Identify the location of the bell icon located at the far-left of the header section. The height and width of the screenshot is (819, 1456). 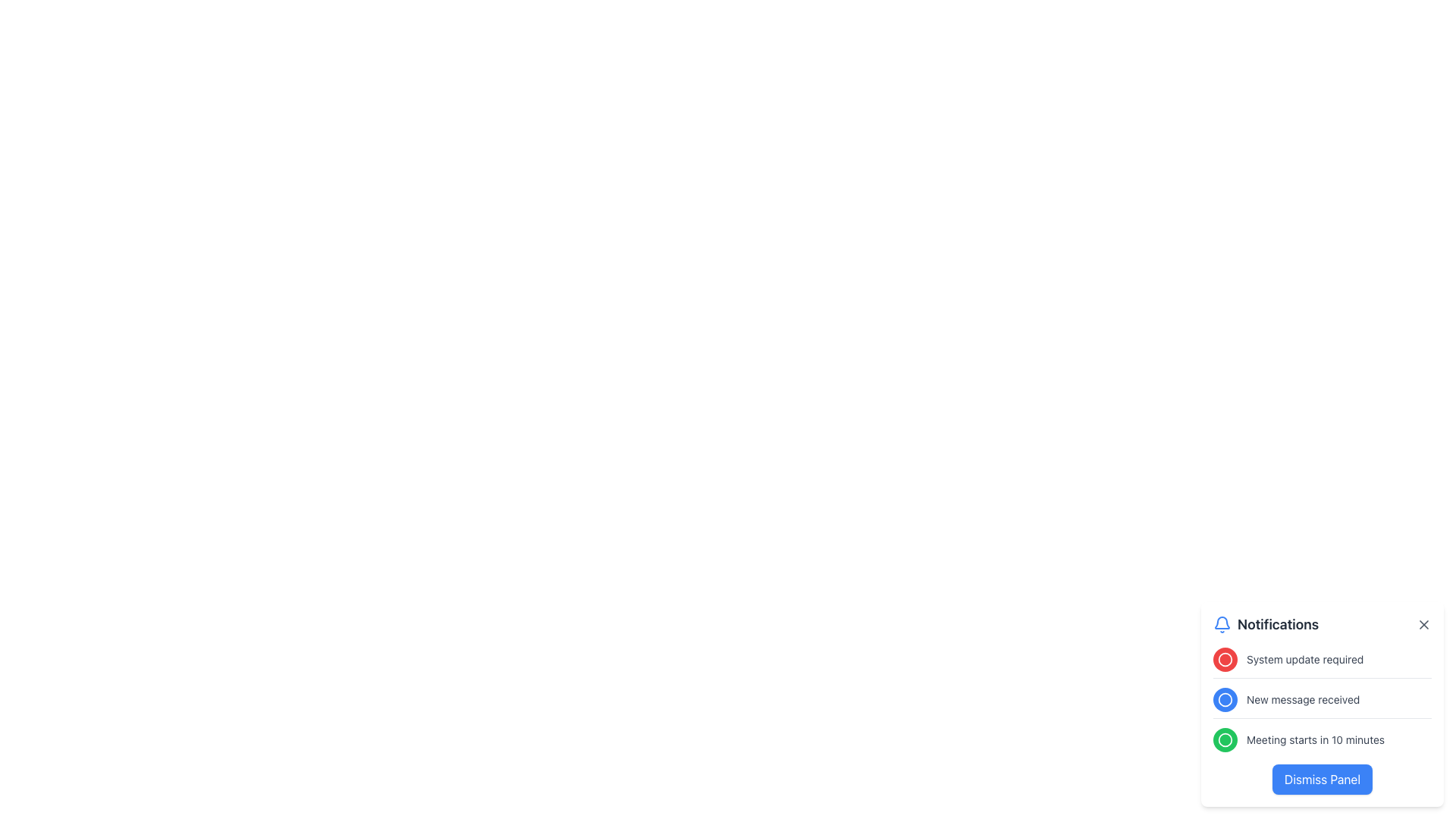
(1222, 625).